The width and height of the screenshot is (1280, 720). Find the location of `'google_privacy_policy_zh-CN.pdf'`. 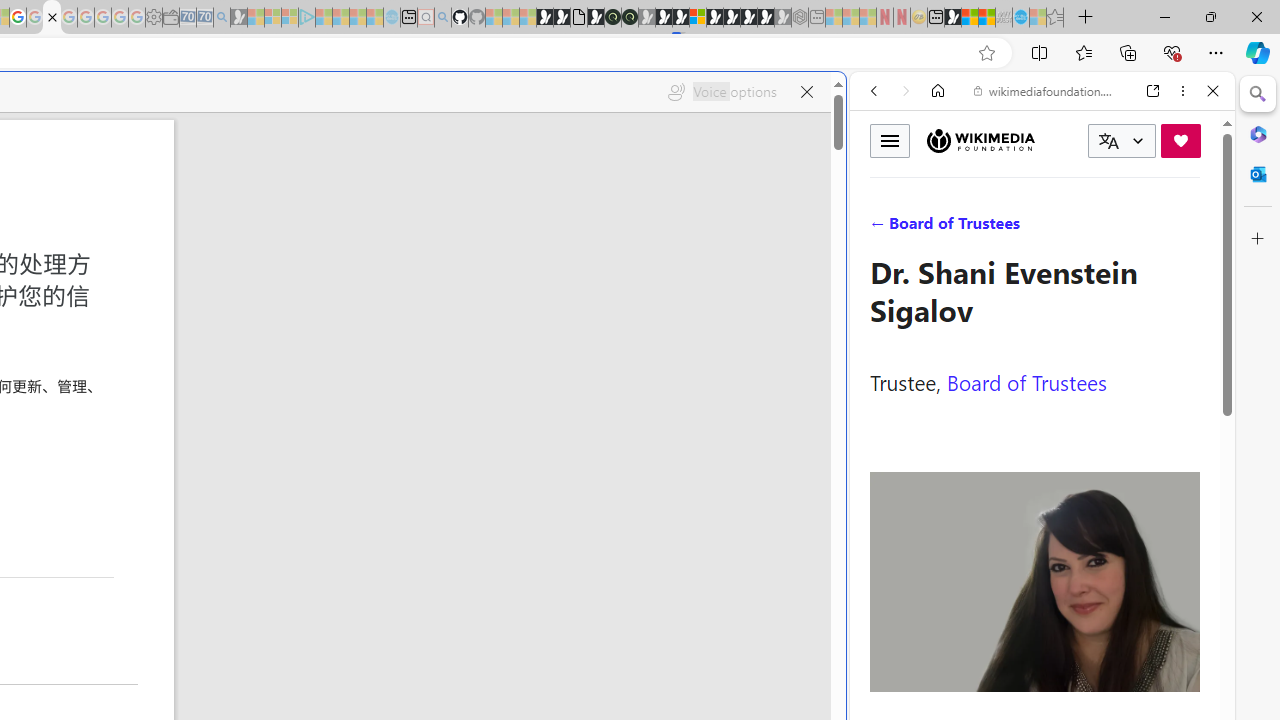

'google_privacy_policy_zh-CN.pdf' is located at coordinates (51, 17).